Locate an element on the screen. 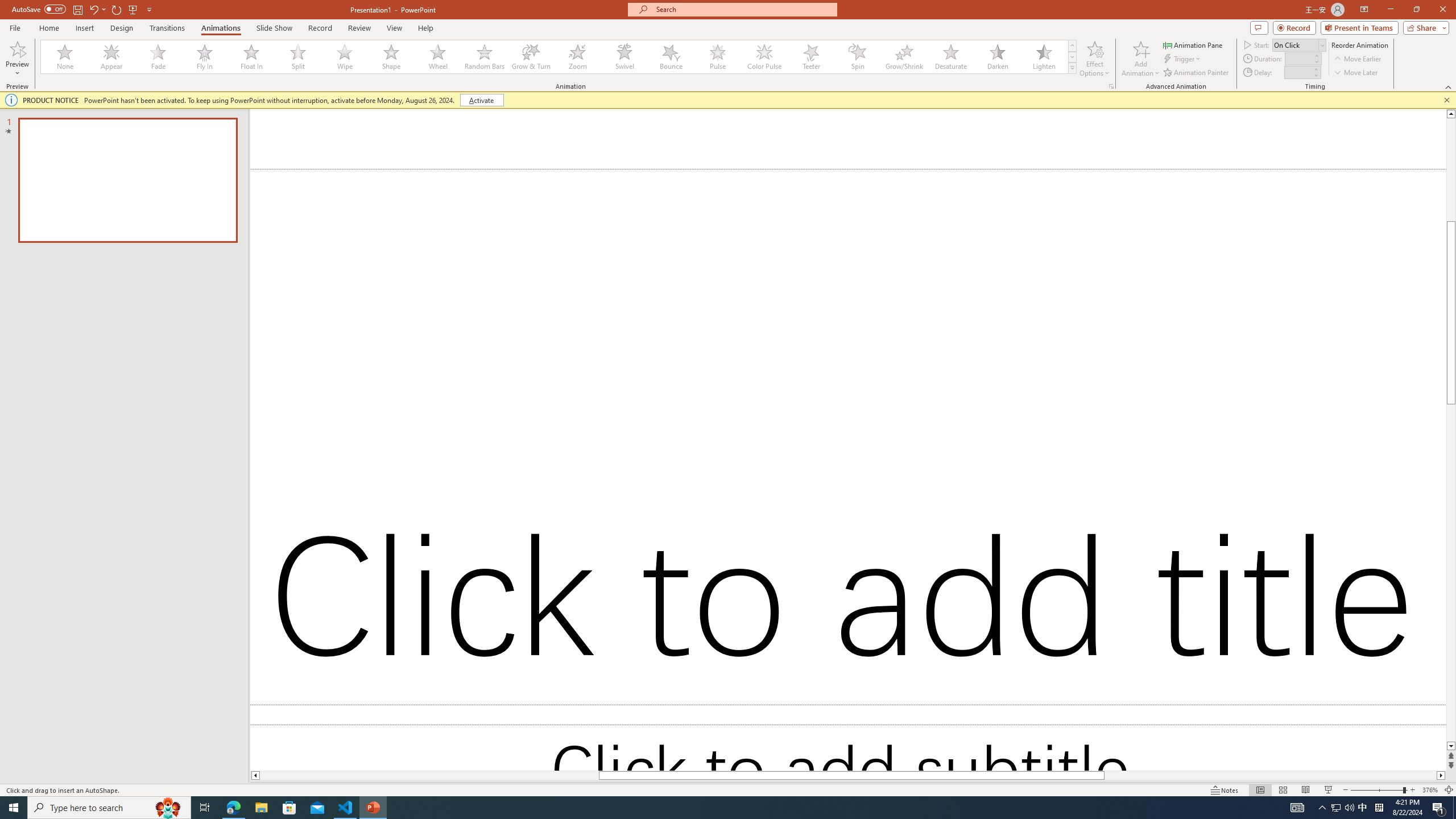 The image size is (1456, 819). 'Move Earlier' is located at coordinates (1357, 59).